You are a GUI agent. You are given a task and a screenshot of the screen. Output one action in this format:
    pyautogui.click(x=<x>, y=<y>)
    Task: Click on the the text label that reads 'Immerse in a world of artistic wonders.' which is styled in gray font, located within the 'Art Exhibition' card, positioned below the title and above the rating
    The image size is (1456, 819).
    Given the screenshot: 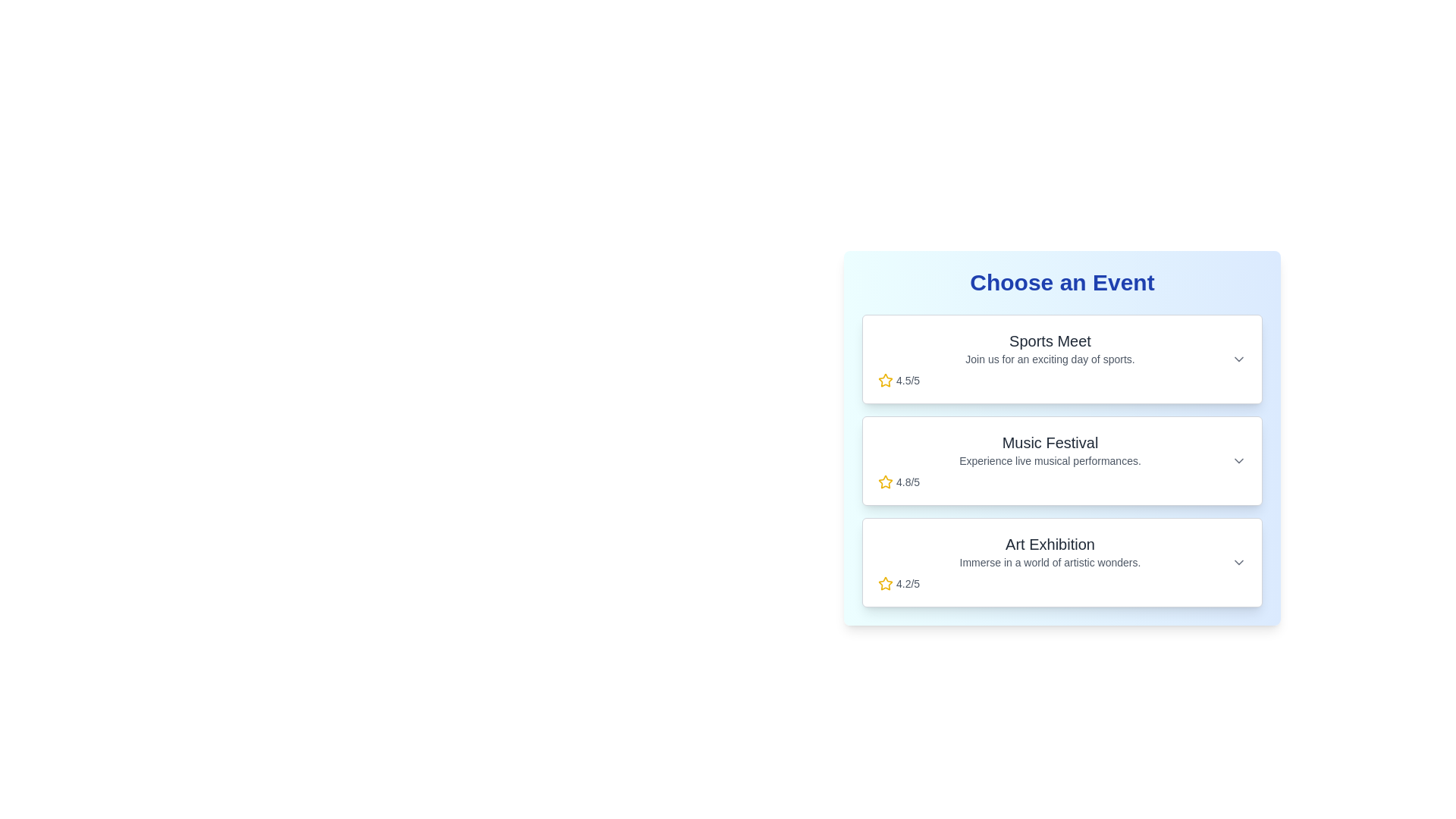 What is the action you would take?
    pyautogui.click(x=1050, y=562)
    